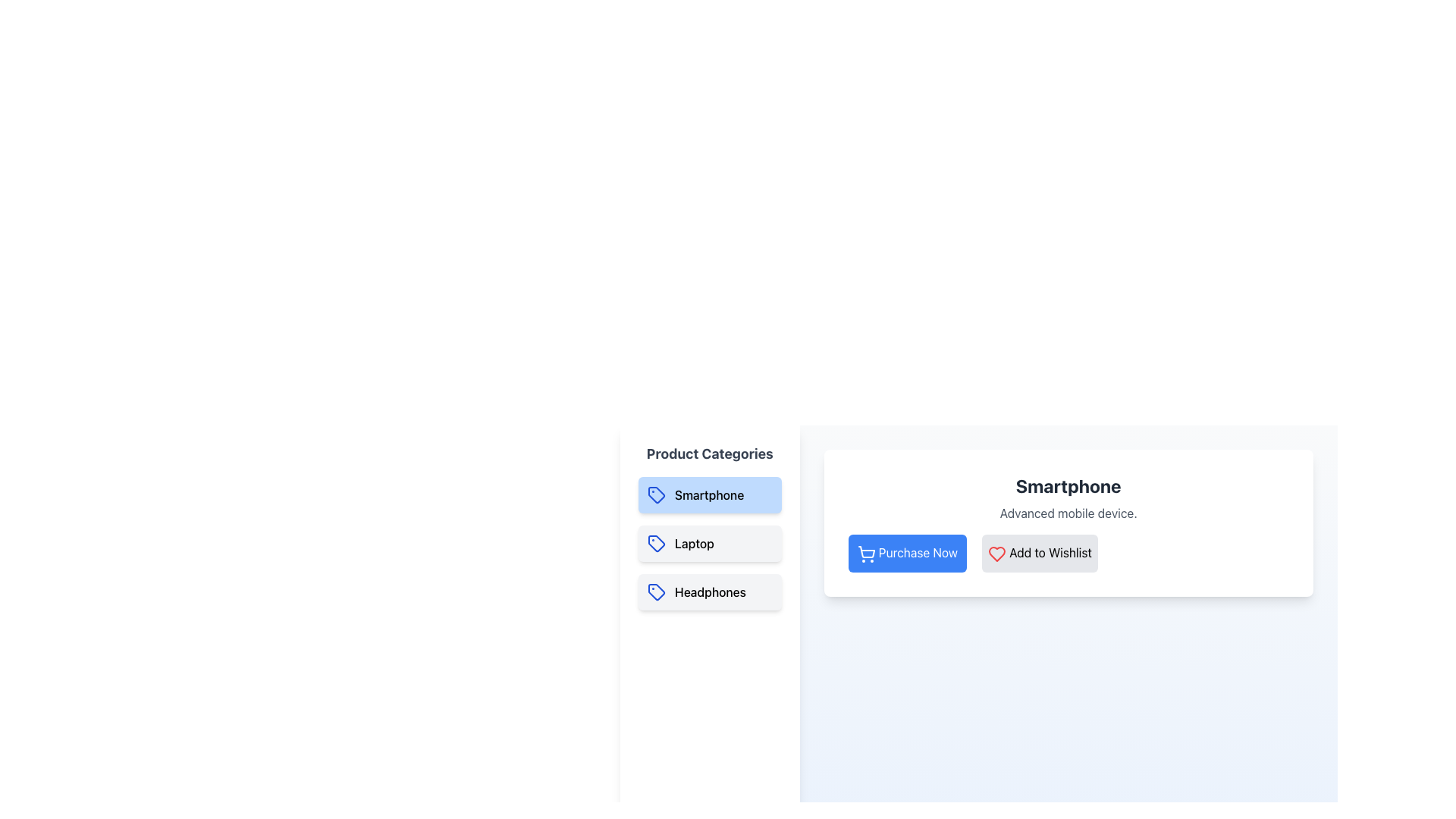 Image resolution: width=1456 pixels, height=819 pixels. Describe the element at coordinates (866, 554) in the screenshot. I see `the shopping cart icon located on the blue button labeled 'Purchase Now' under the 'Smartphone' section` at that location.